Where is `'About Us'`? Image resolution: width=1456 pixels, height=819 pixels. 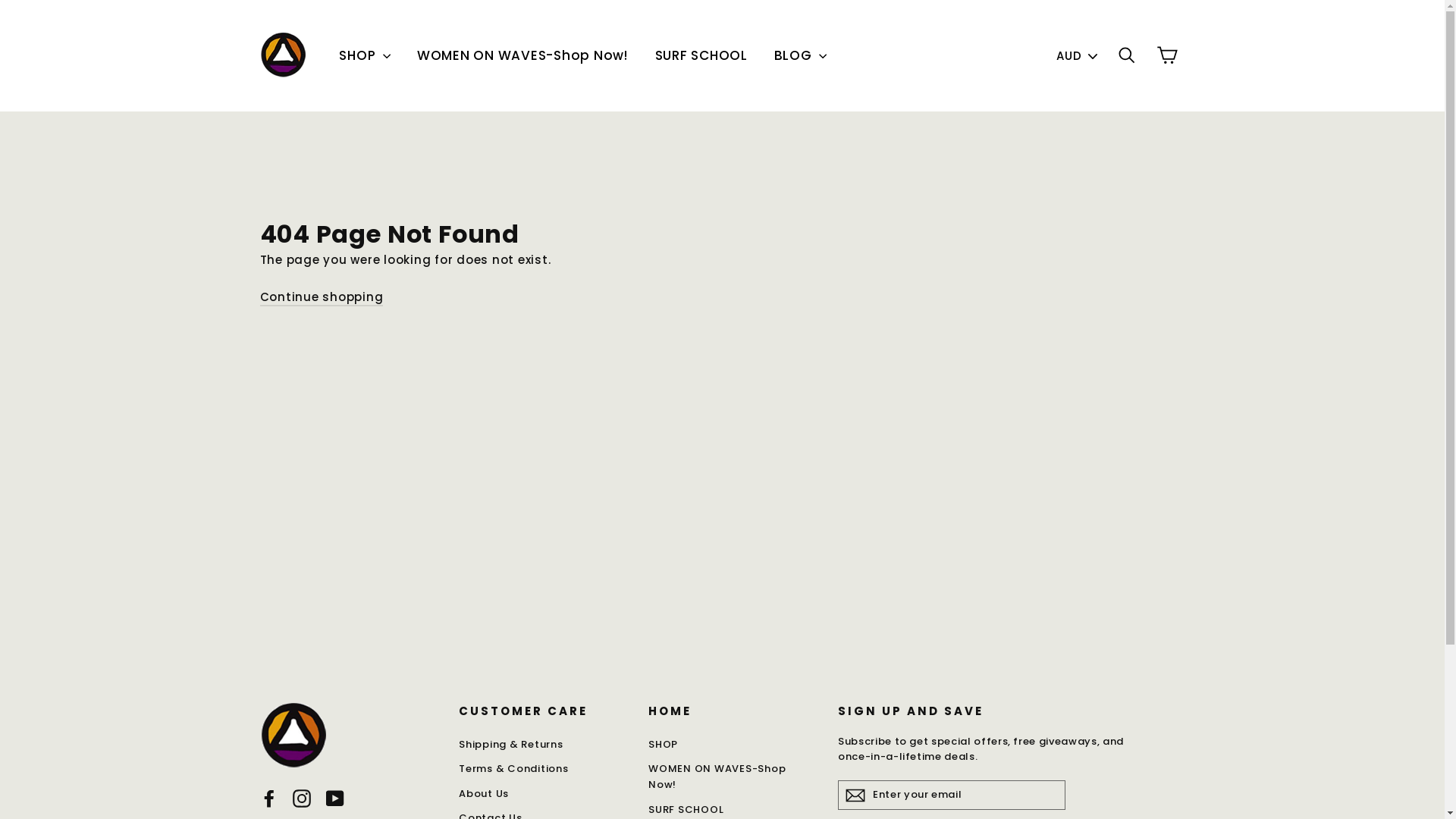 'About Us' is located at coordinates (457, 793).